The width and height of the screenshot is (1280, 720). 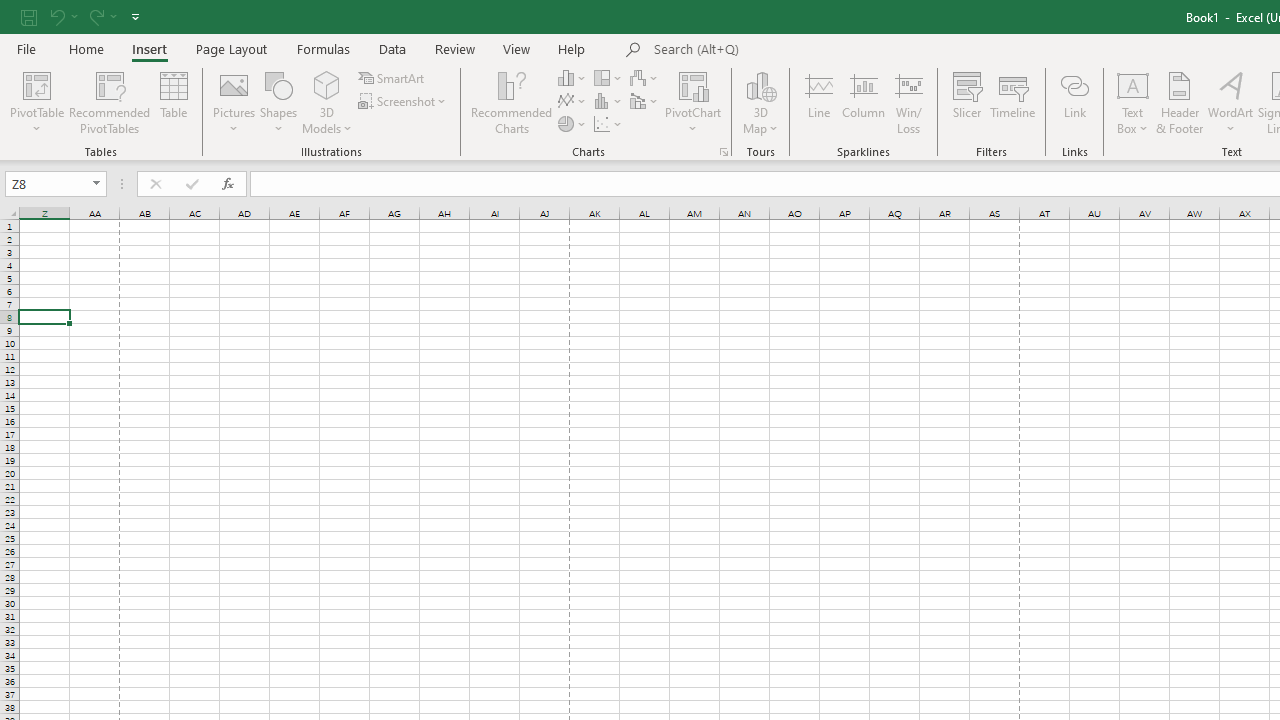 What do you see at coordinates (908, 103) in the screenshot?
I see `'Win/Loss'` at bounding box center [908, 103].